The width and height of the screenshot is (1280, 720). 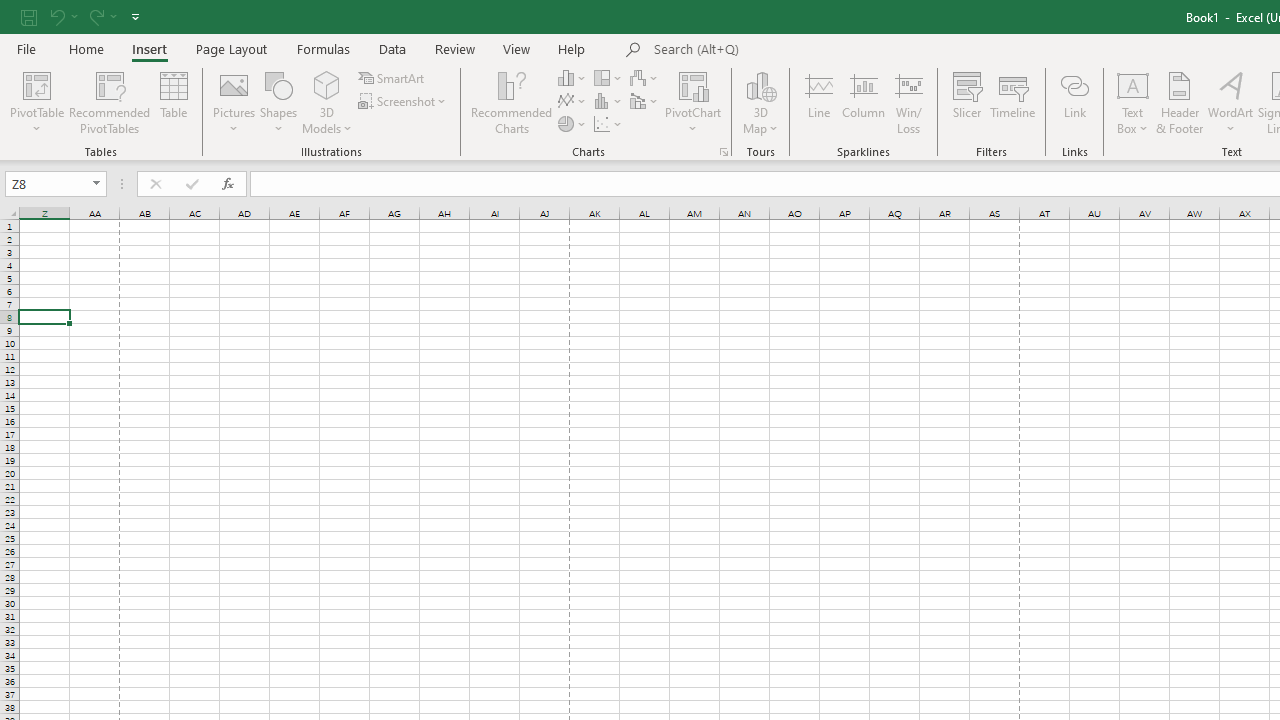 What do you see at coordinates (908, 103) in the screenshot?
I see `'Win/Loss'` at bounding box center [908, 103].